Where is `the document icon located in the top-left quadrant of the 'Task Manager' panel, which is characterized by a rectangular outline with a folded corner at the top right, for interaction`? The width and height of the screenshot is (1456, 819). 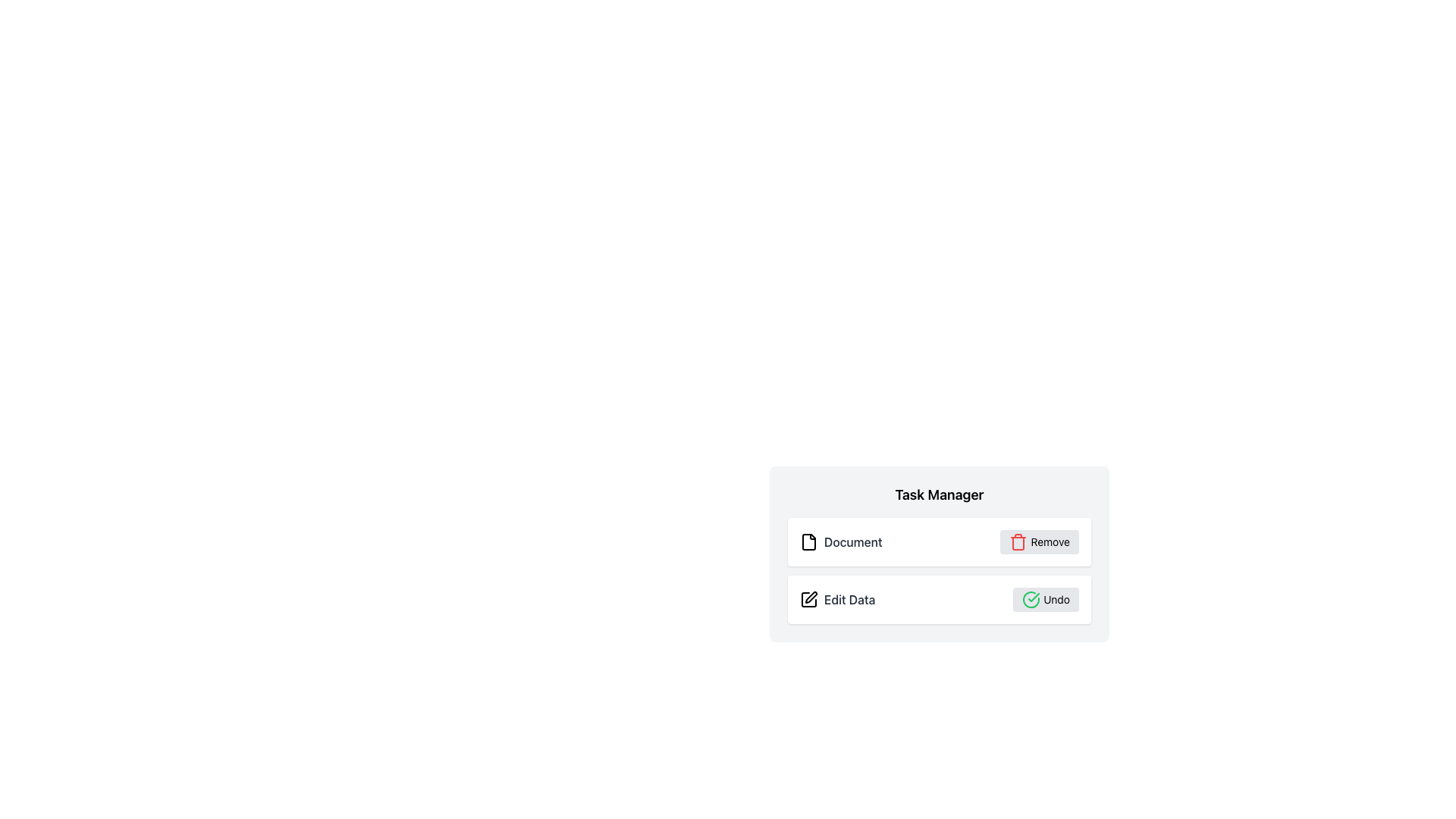 the document icon located in the top-left quadrant of the 'Task Manager' panel, which is characterized by a rectangular outline with a folded corner at the top right, for interaction is located at coordinates (808, 541).